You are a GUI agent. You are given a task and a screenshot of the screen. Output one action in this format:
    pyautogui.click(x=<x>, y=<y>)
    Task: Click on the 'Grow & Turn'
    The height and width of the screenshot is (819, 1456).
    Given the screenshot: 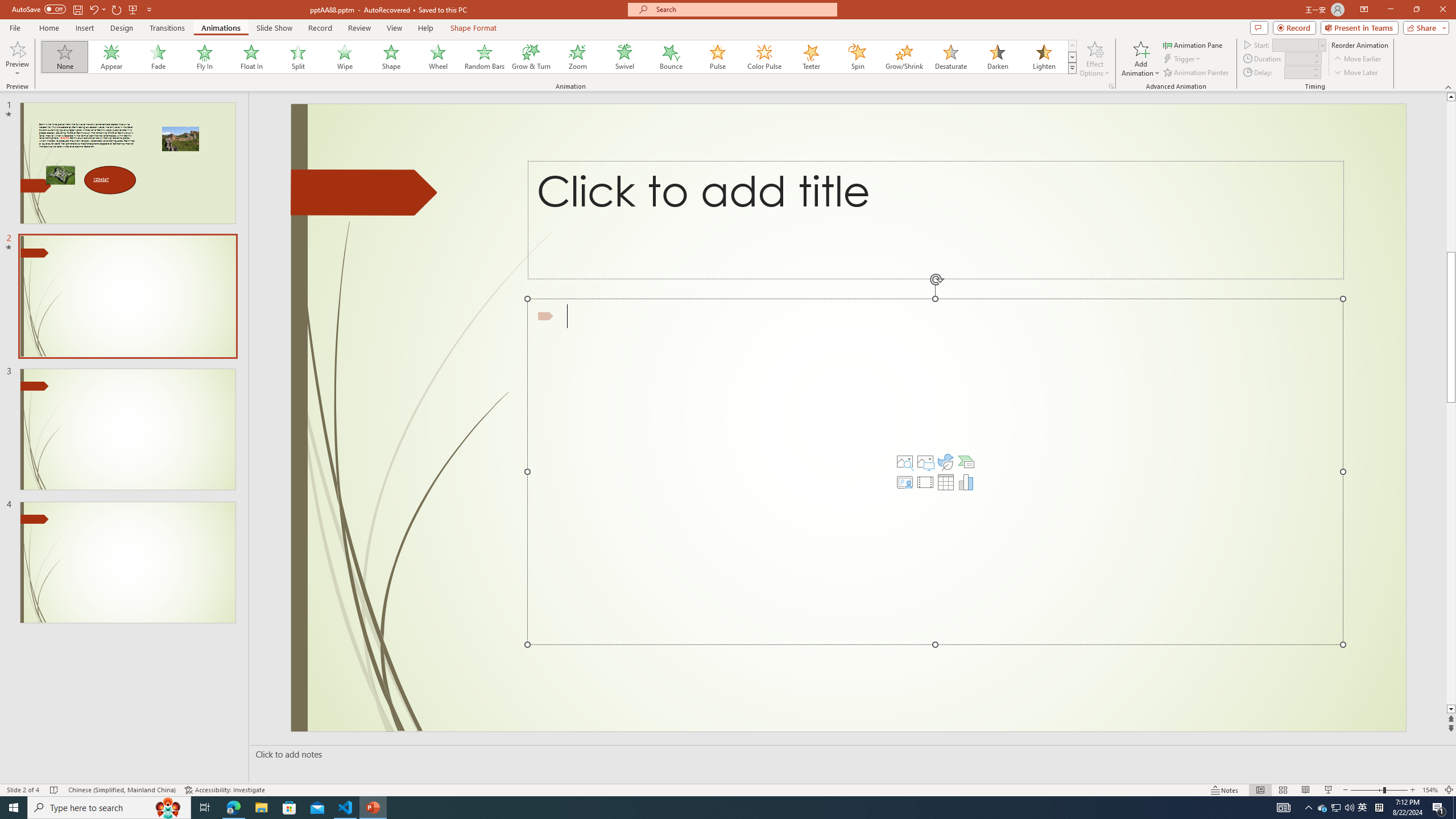 What is the action you would take?
    pyautogui.click(x=531, y=56)
    